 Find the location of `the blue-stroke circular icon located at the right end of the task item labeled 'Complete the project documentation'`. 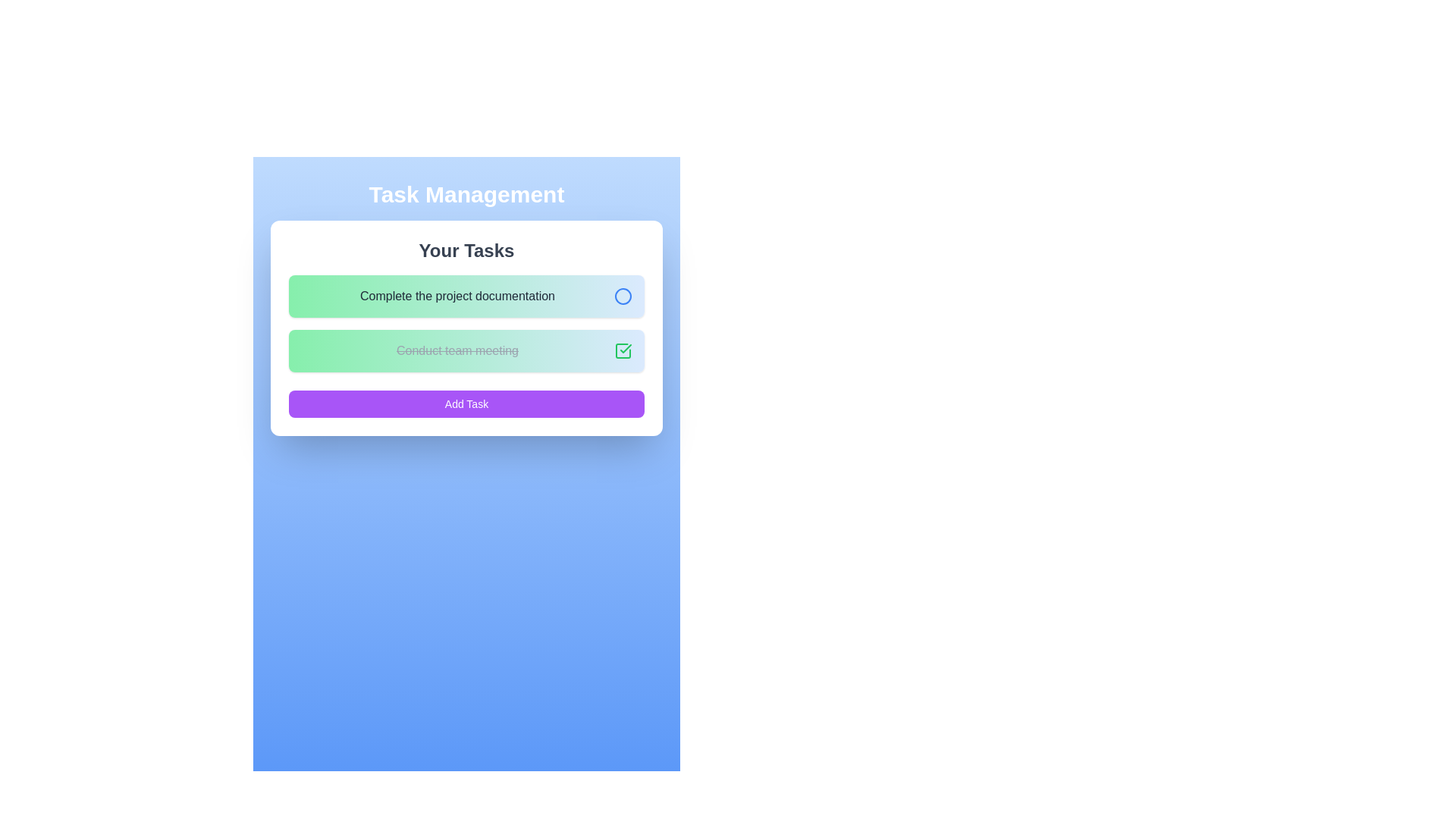

the blue-stroke circular icon located at the right end of the task item labeled 'Complete the project documentation' is located at coordinates (623, 296).